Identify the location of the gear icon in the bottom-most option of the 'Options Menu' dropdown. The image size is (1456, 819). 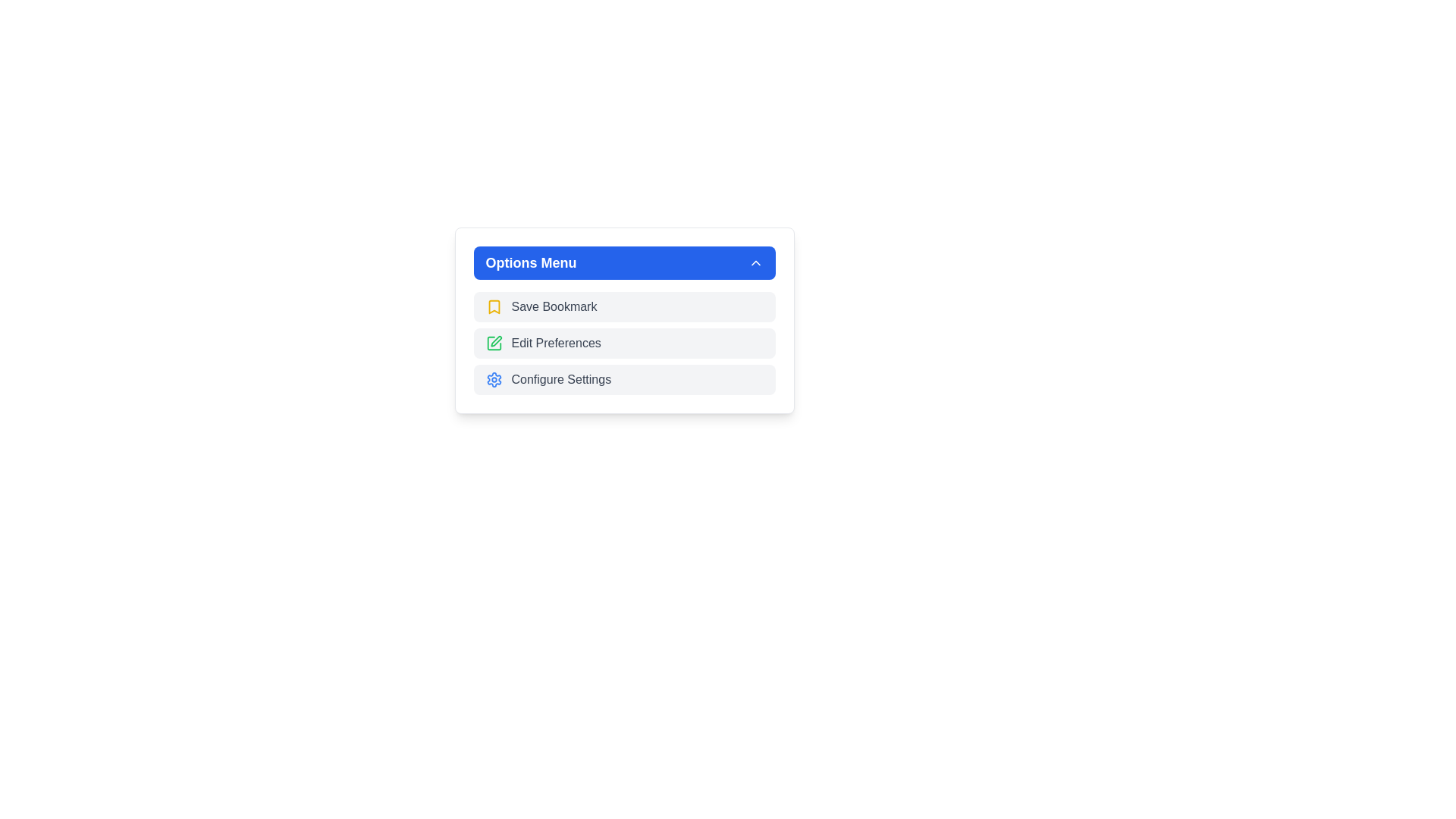
(494, 379).